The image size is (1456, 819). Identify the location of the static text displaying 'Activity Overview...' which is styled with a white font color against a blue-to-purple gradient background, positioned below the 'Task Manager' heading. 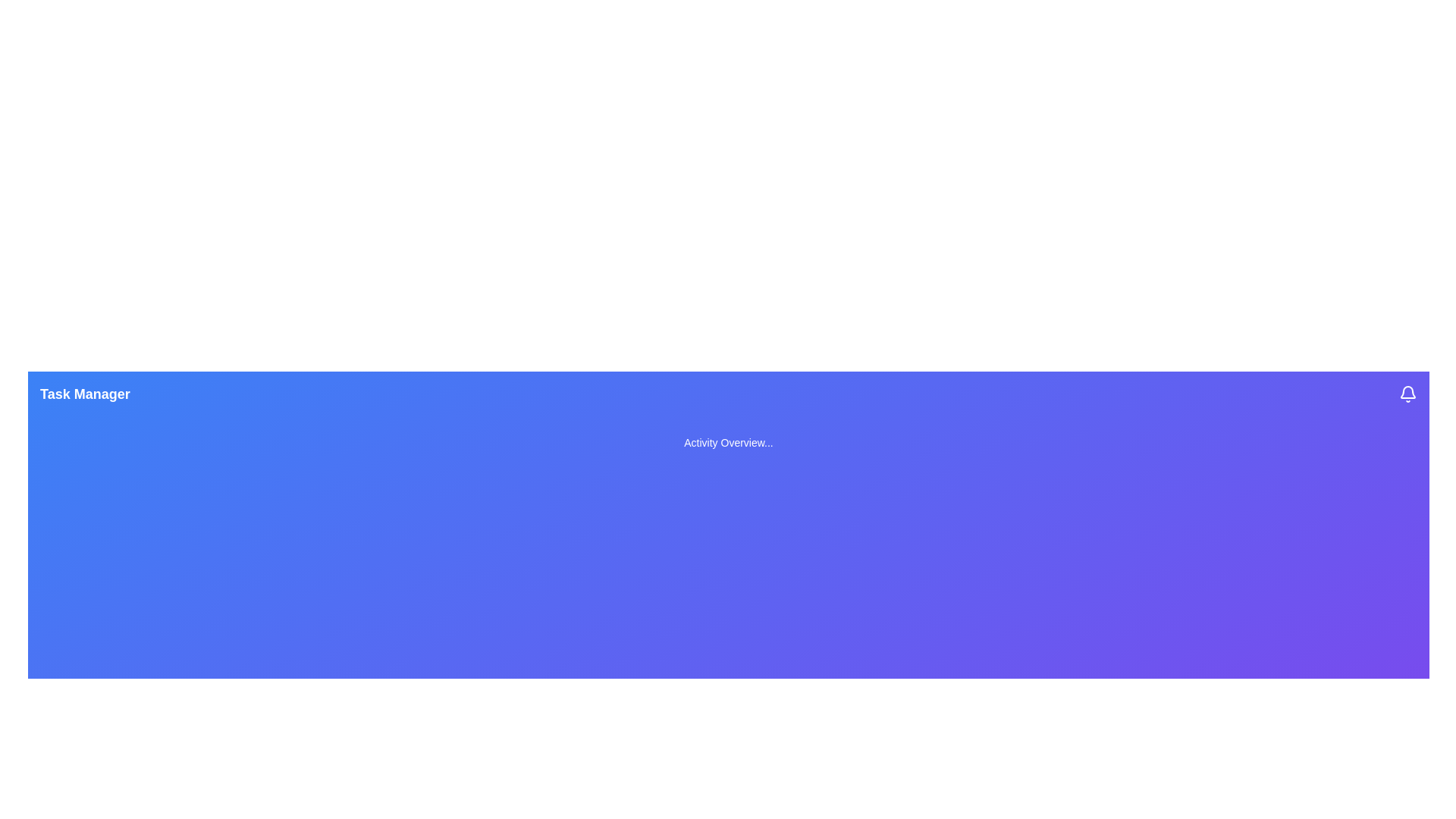
(728, 442).